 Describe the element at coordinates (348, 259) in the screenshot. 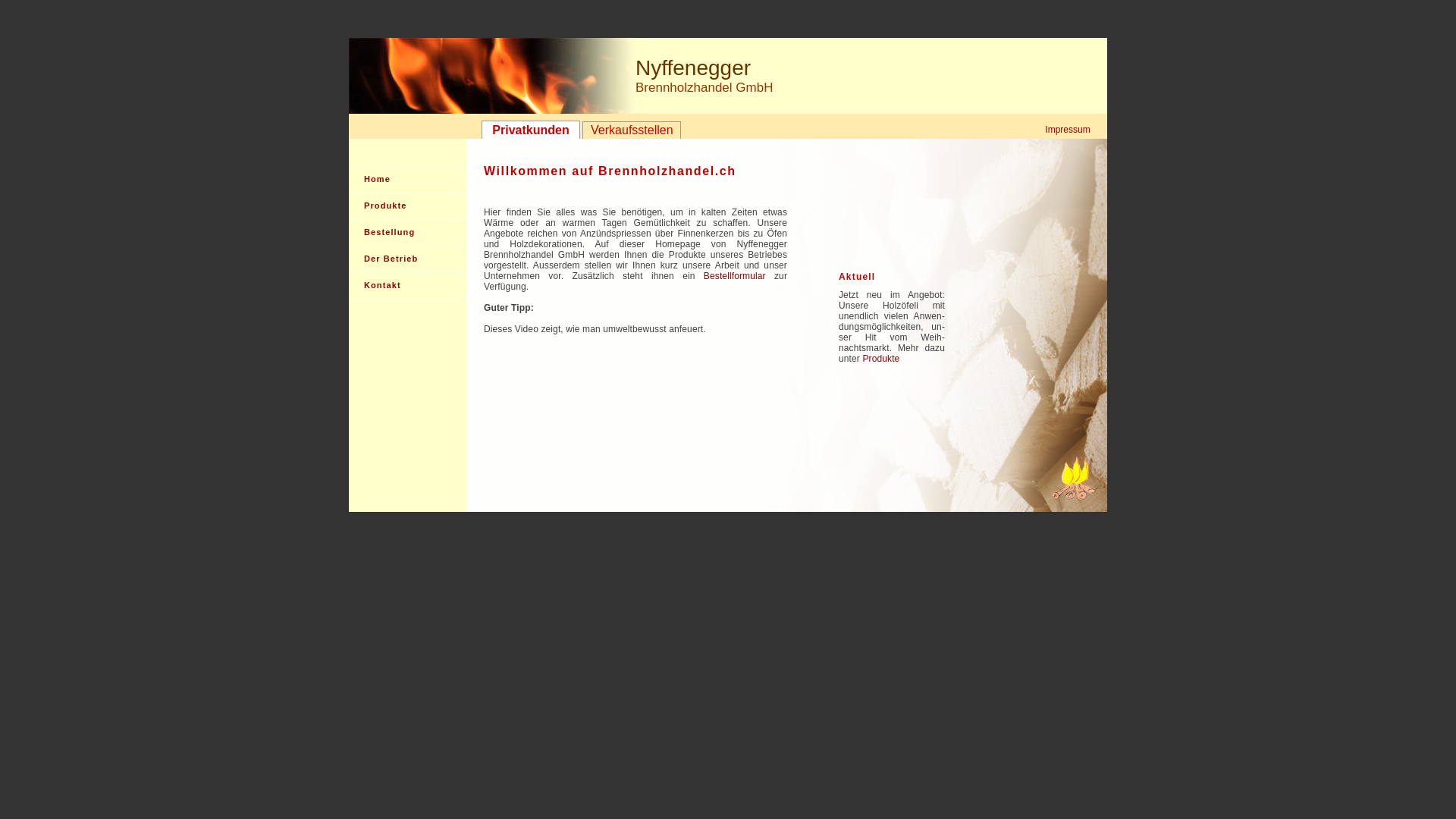

I see `'Der Betrieb'` at that location.